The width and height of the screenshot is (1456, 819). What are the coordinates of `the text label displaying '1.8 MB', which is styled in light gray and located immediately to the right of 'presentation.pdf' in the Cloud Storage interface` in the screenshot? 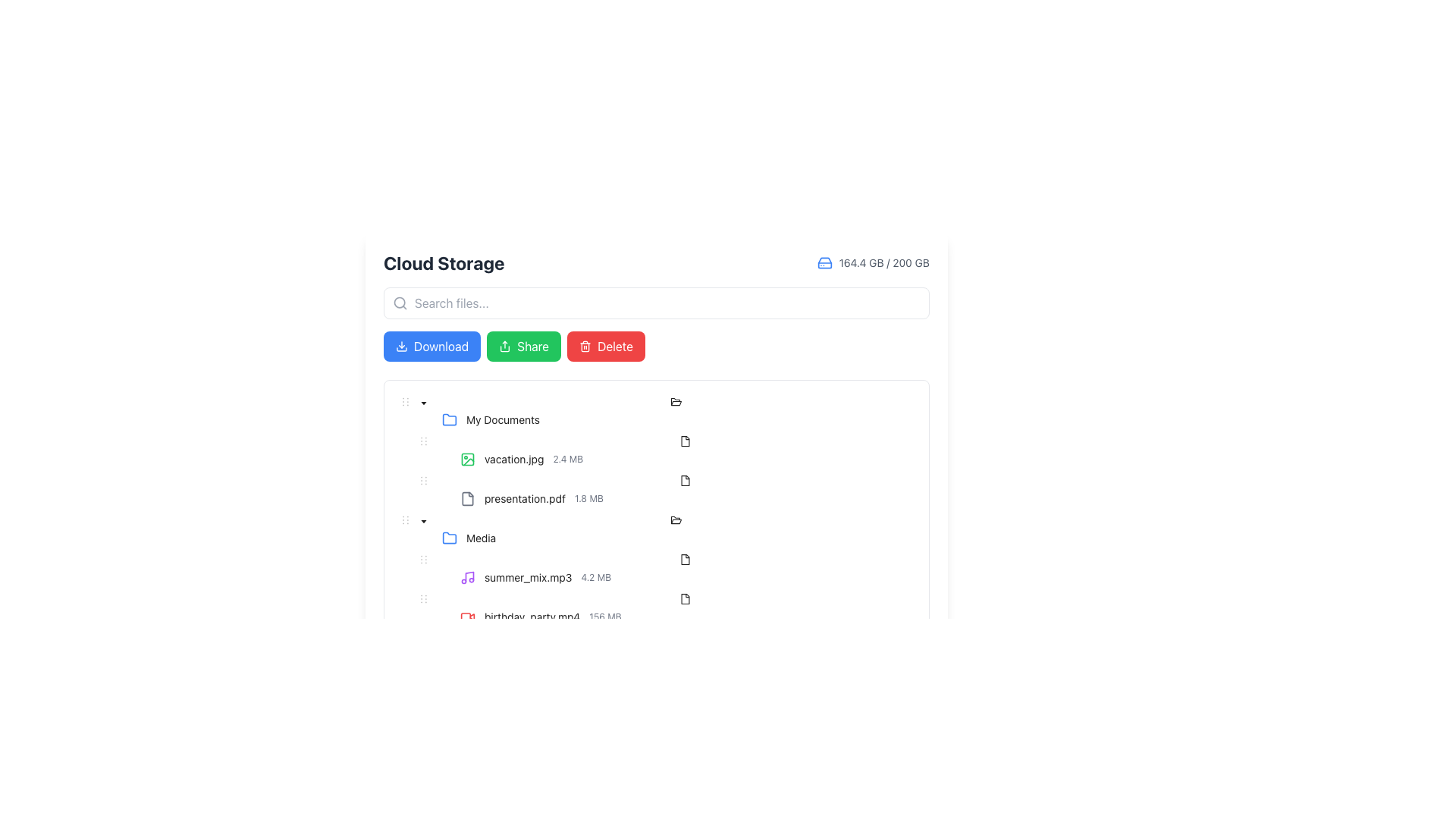 It's located at (588, 499).